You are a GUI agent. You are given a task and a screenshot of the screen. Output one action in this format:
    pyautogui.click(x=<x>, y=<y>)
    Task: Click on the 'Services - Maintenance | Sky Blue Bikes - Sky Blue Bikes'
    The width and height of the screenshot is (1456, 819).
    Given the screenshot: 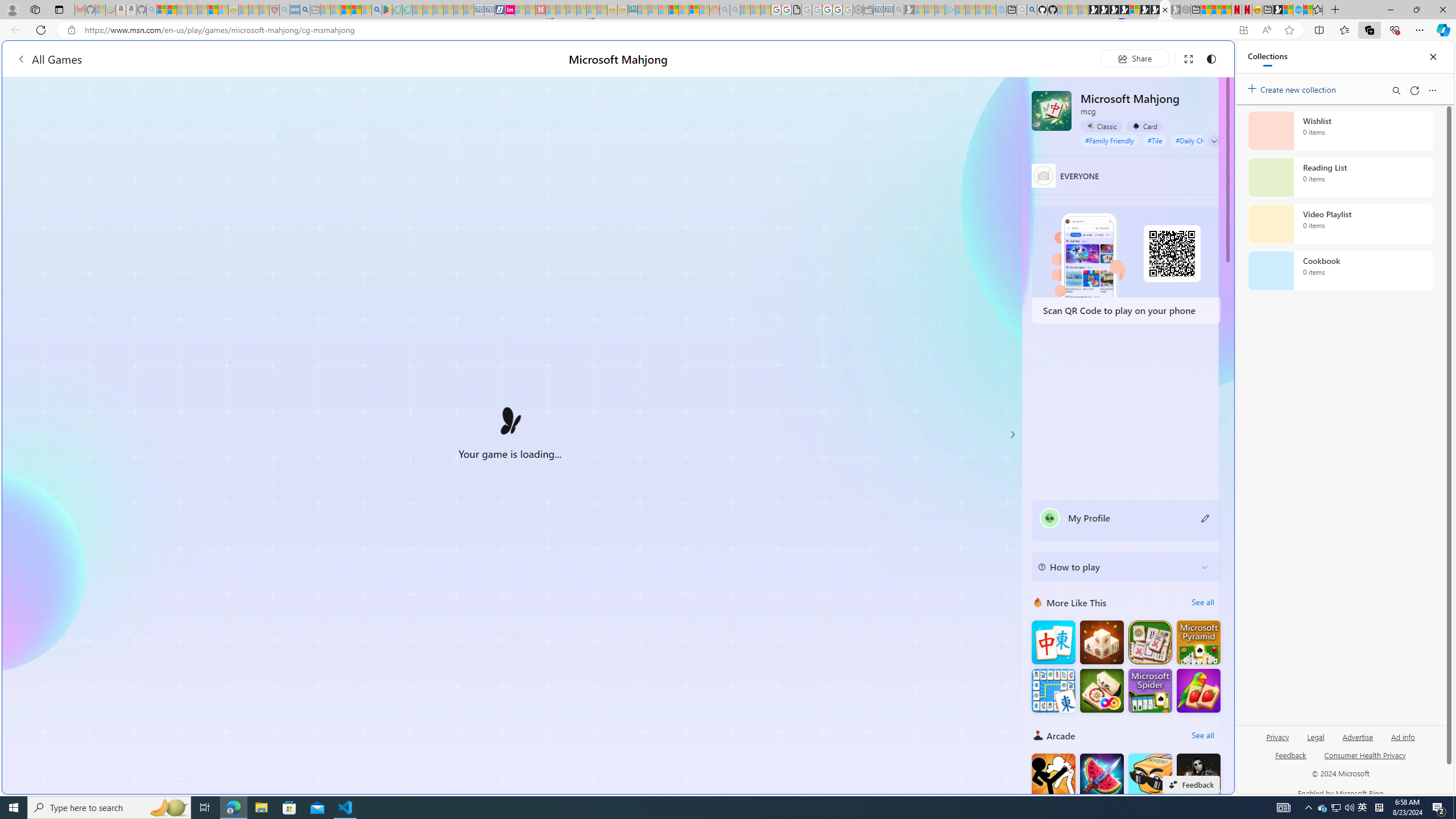 What is the action you would take?
    pyautogui.click(x=1298, y=9)
    